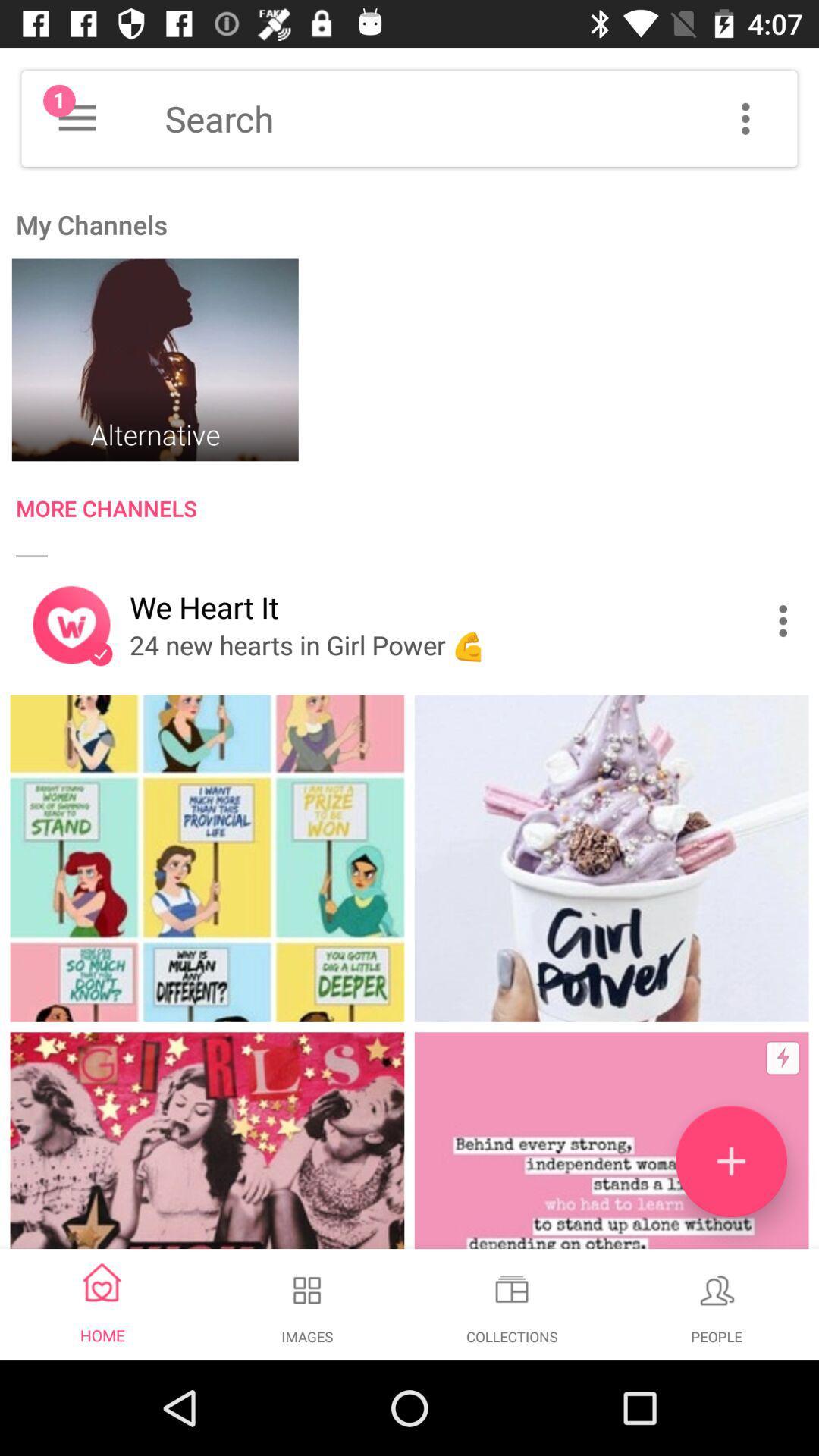  I want to click on the icon above my channels icon, so click(77, 118).